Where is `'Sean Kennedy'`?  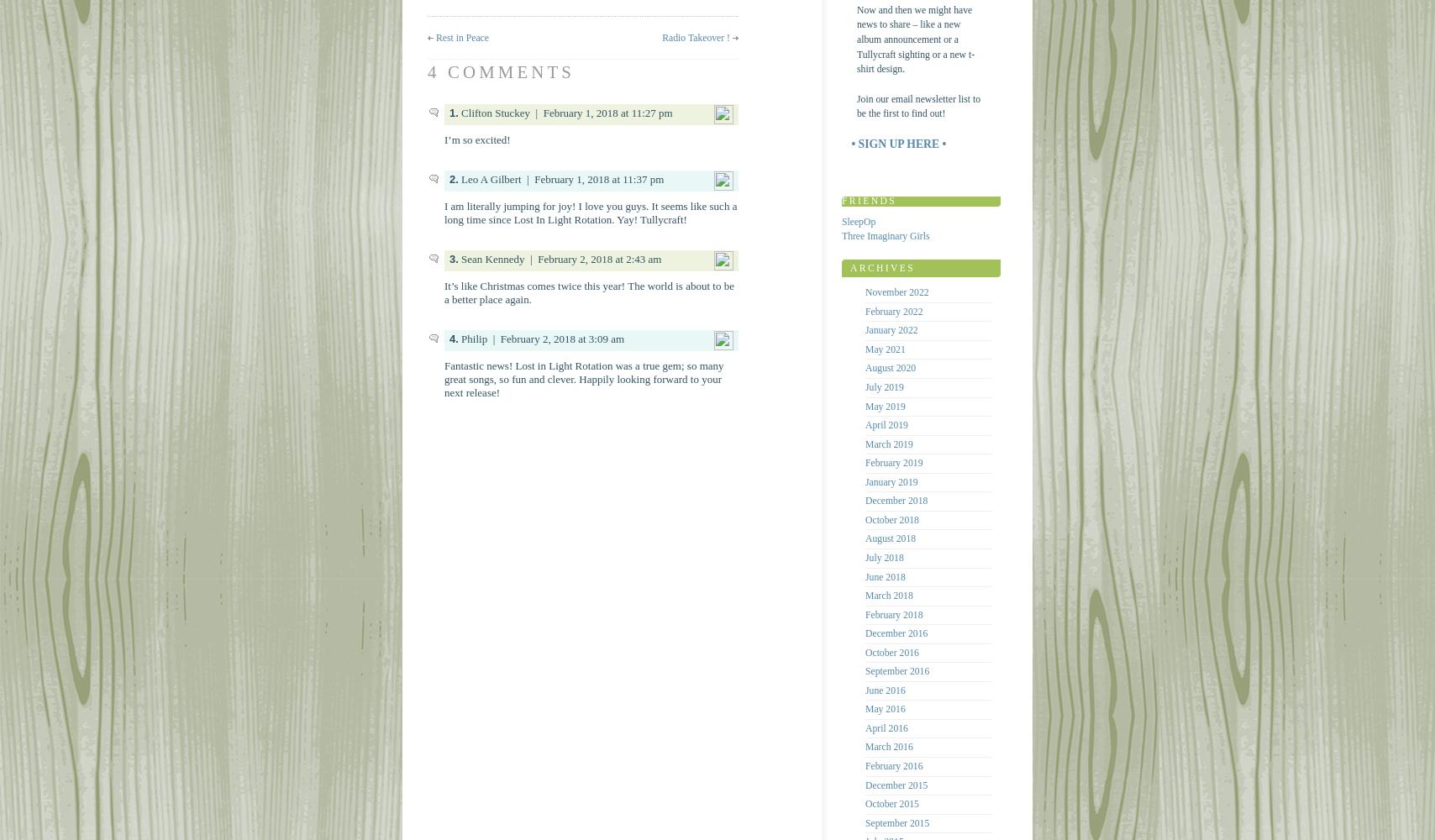
'Sean Kennedy' is located at coordinates (460, 259).